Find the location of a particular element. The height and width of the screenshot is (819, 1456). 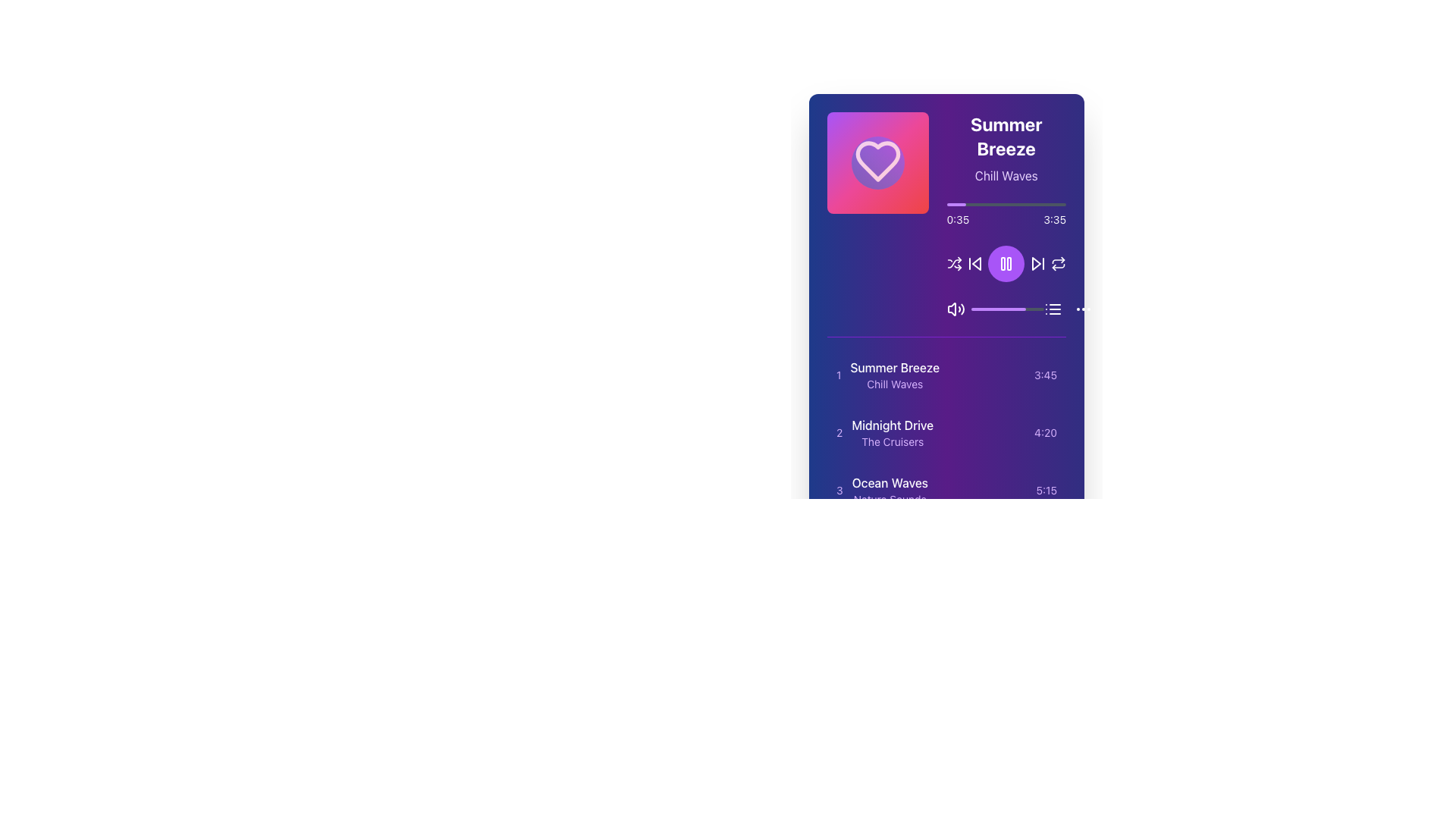

the menu toggle button located at the lower-right corner of the music player interface is located at coordinates (1052, 309).